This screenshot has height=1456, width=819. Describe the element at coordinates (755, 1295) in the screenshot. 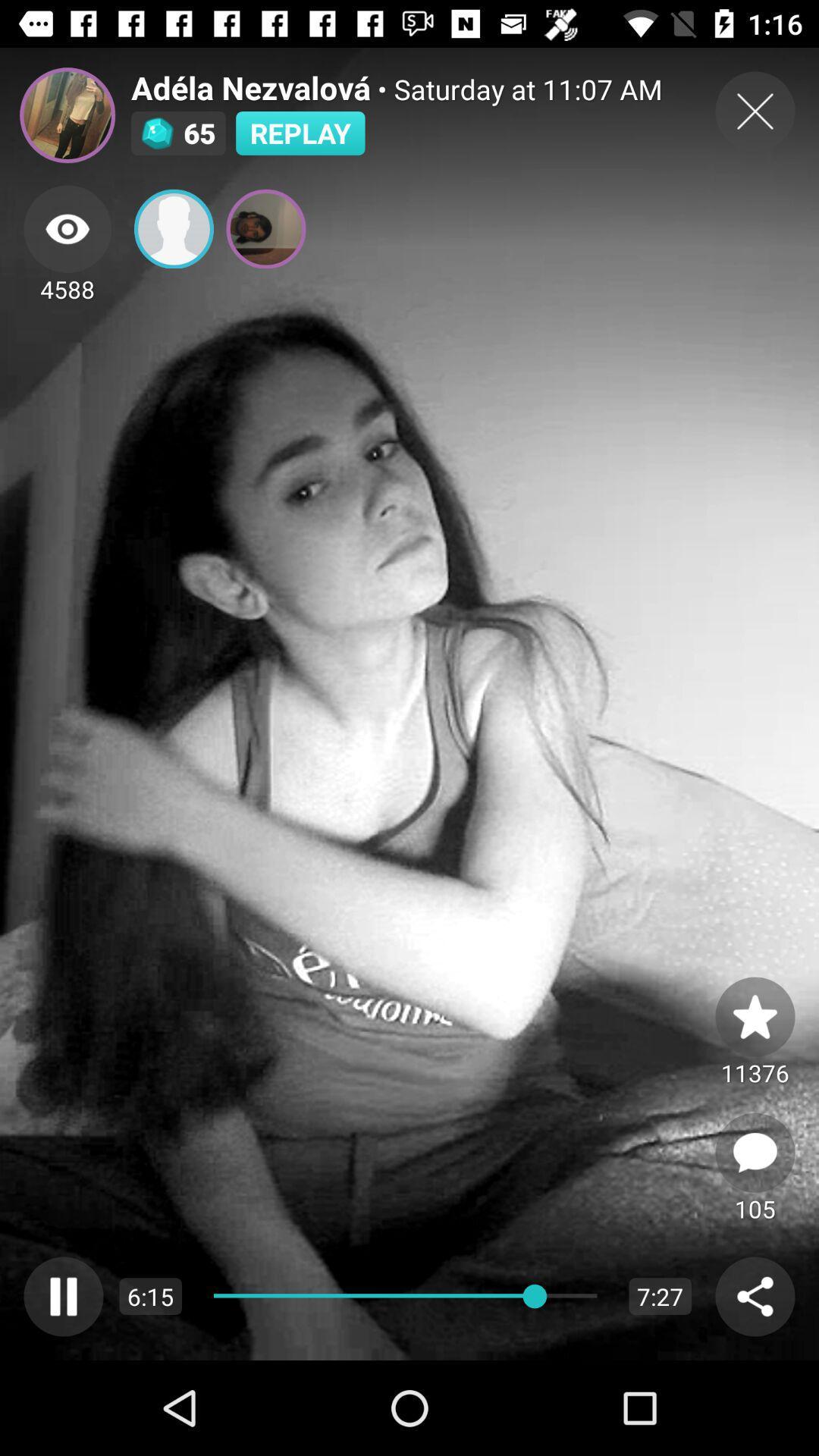

I see `share the article` at that location.